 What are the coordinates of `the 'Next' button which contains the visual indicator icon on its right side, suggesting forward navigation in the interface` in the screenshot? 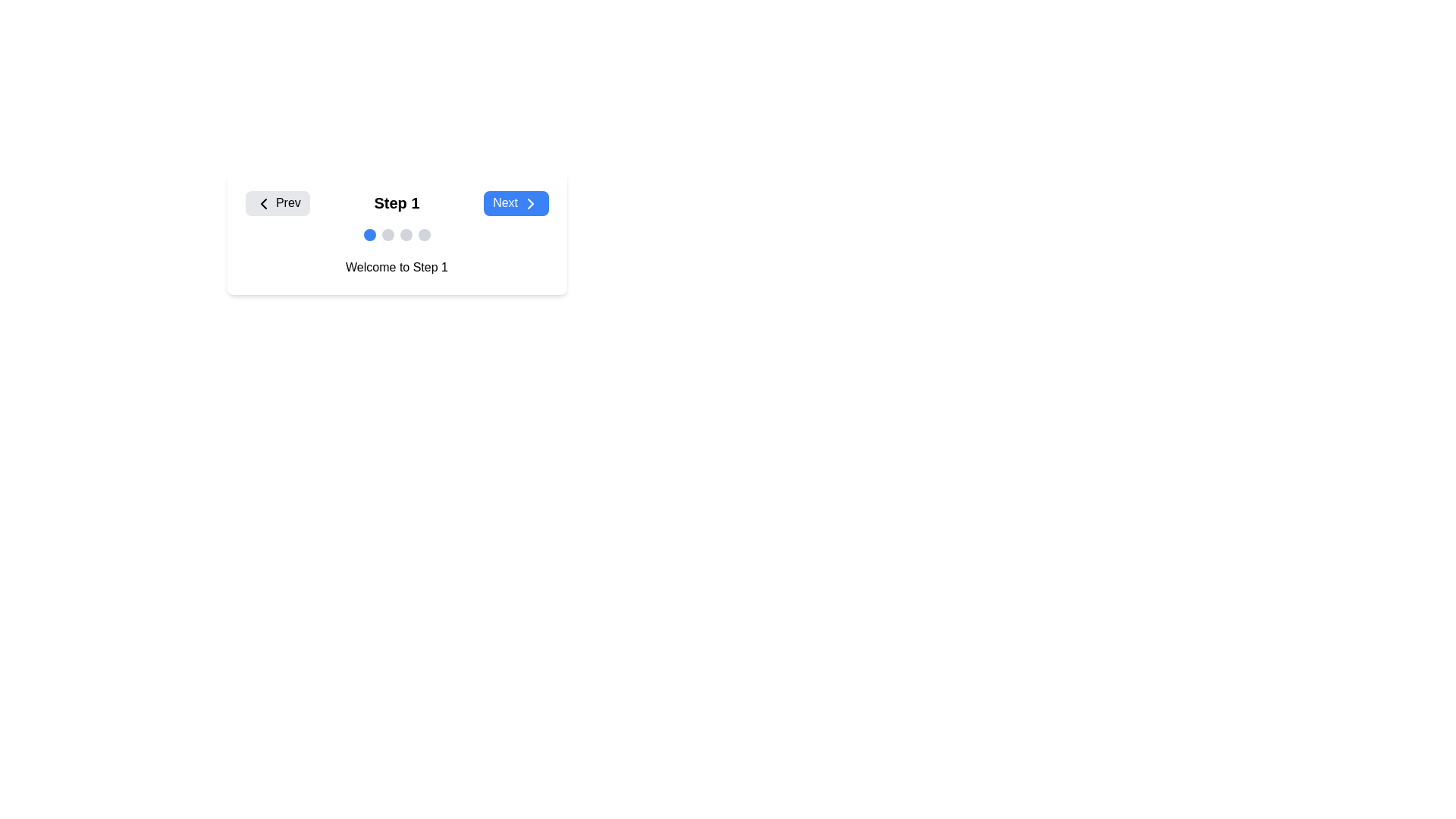 It's located at (530, 202).